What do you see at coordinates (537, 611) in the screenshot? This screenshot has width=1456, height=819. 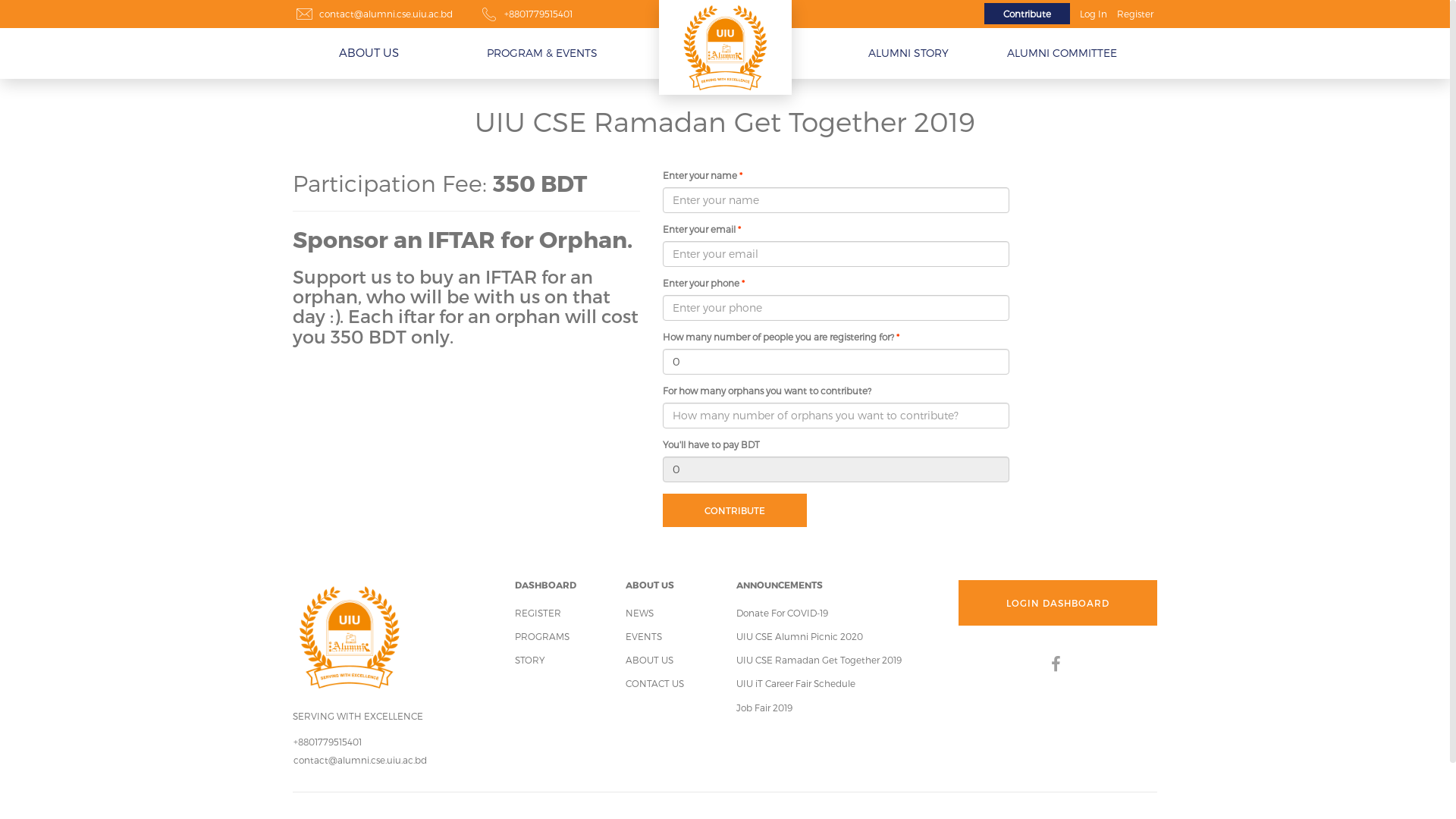 I see `'REGISTER'` at bounding box center [537, 611].